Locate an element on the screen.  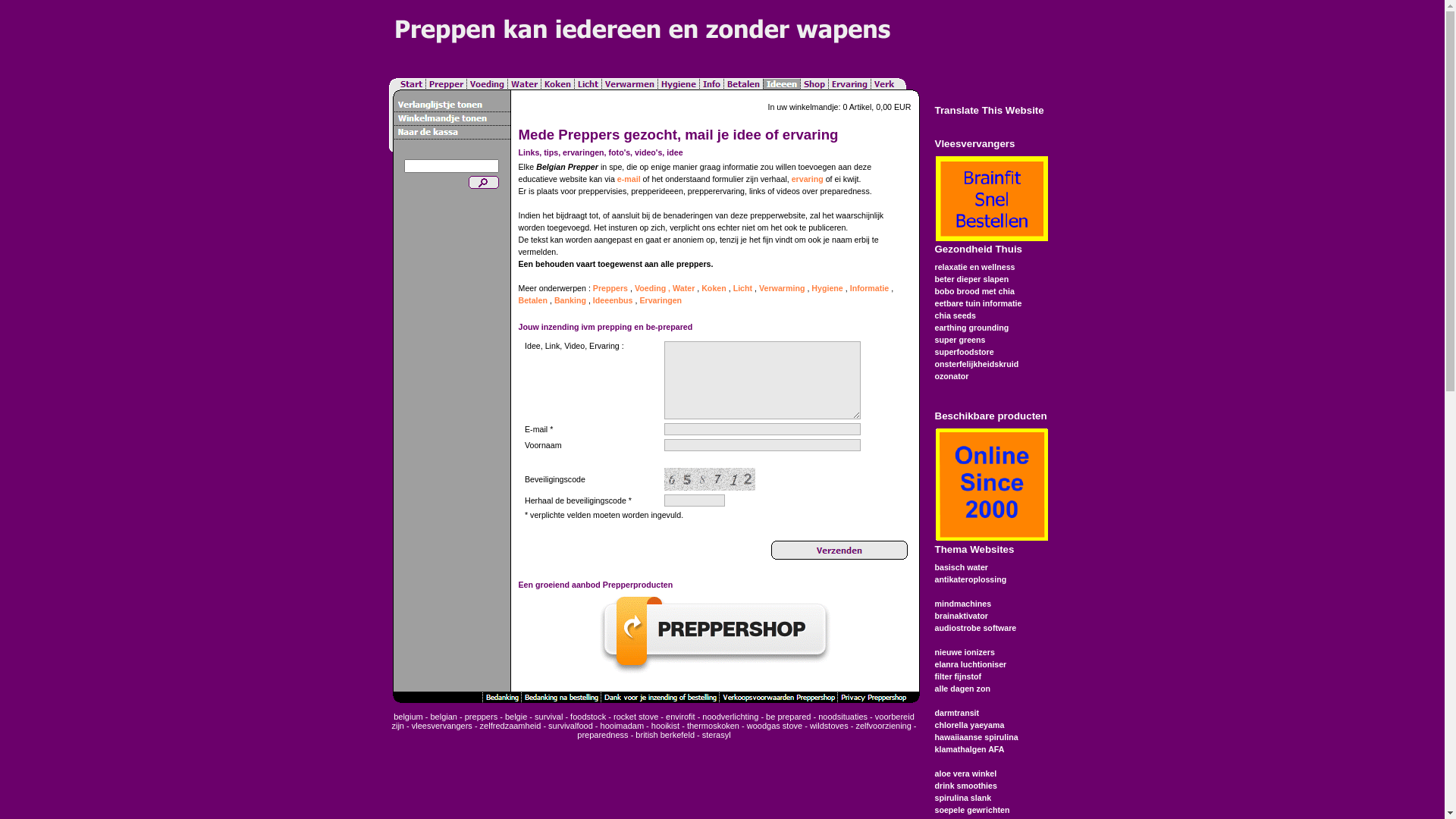
'brainaktivator' is located at coordinates (934, 616).